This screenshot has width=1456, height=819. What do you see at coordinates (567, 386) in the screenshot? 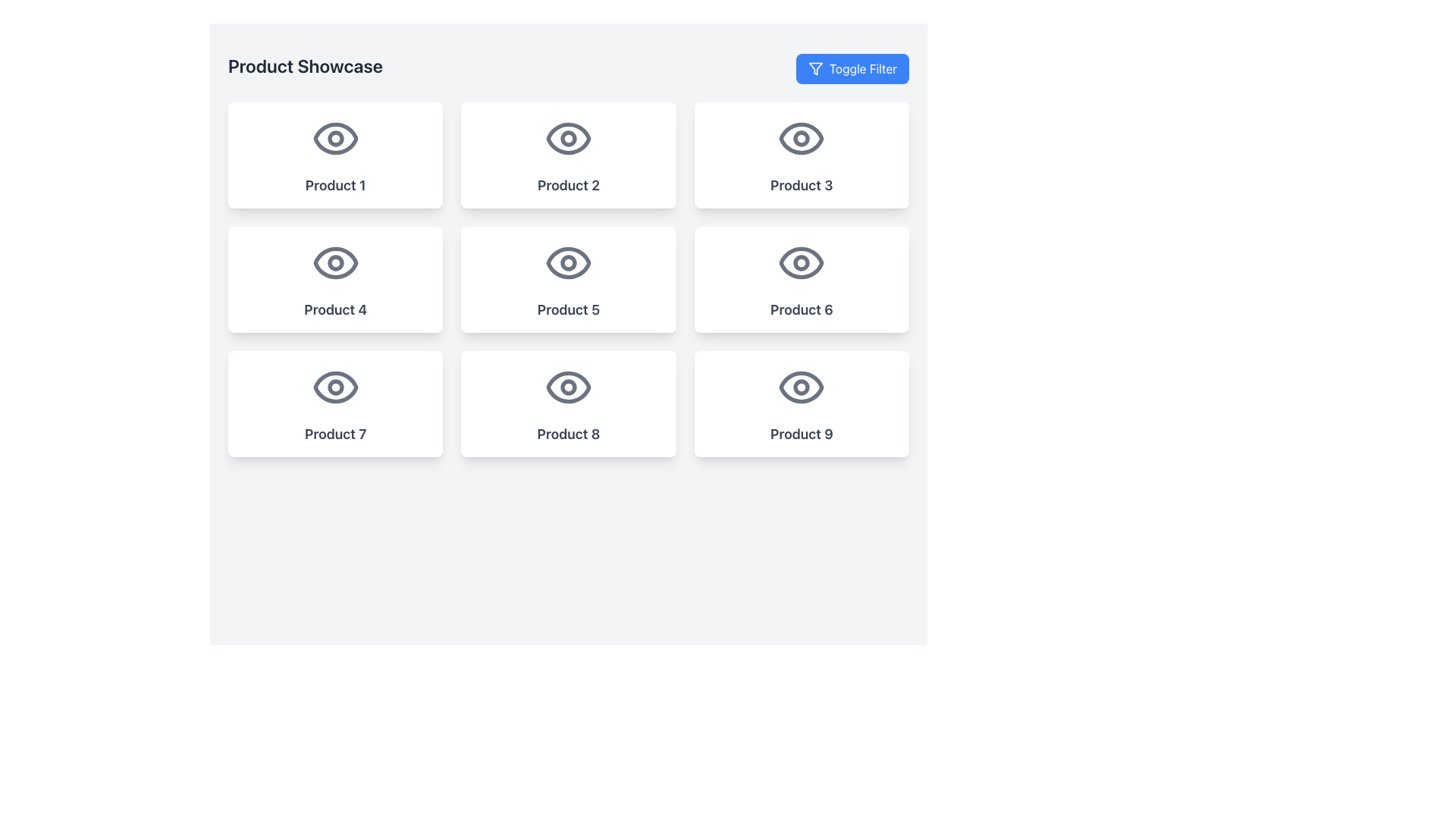
I see `the SVG circle element that represents the pupil of an eye icon located in the eighth grid item of the 3x3 product showcase layout` at bounding box center [567, 386].